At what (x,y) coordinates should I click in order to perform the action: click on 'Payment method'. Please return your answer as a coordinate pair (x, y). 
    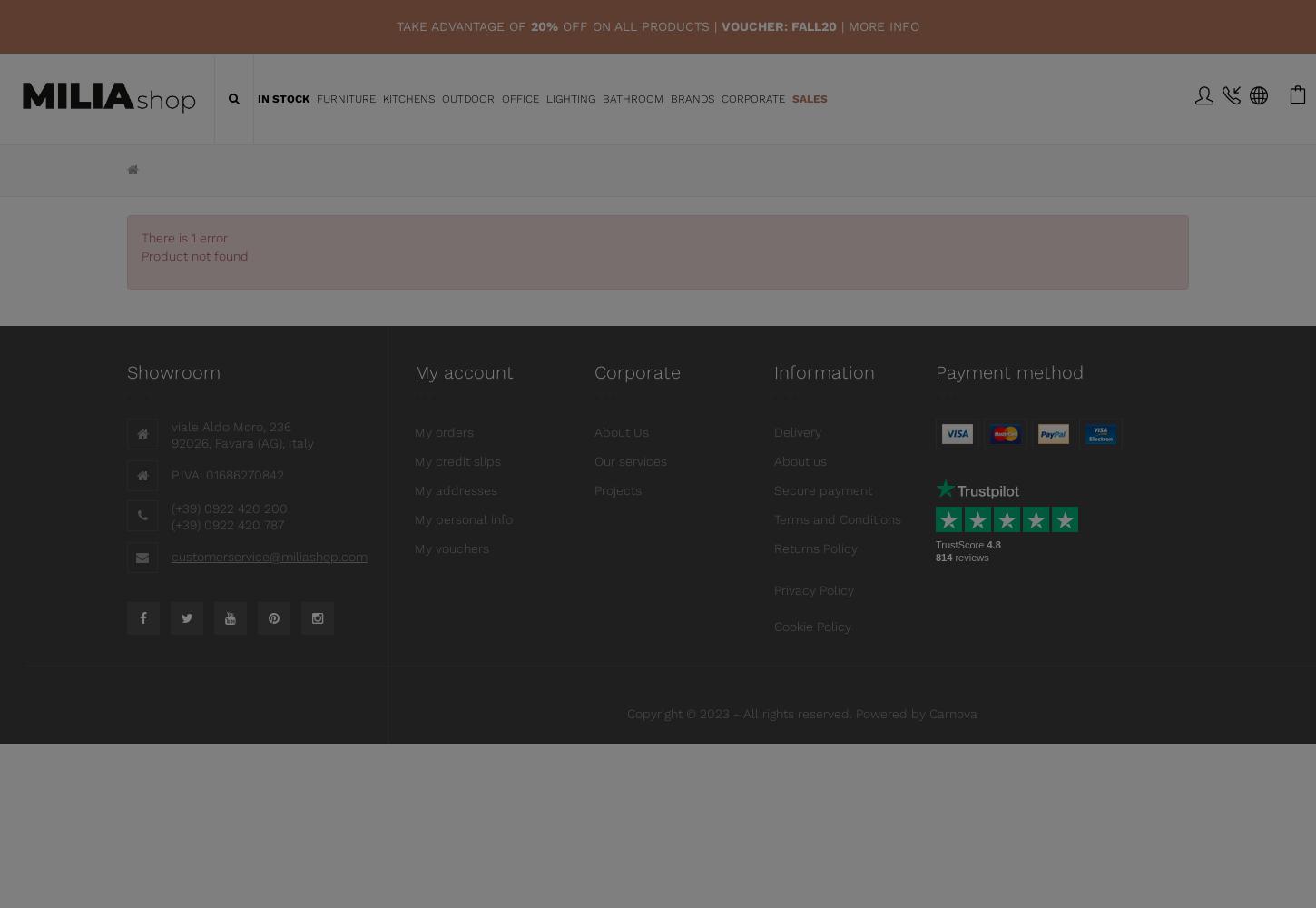
    Looking at the image, I should click on (1008, 372).